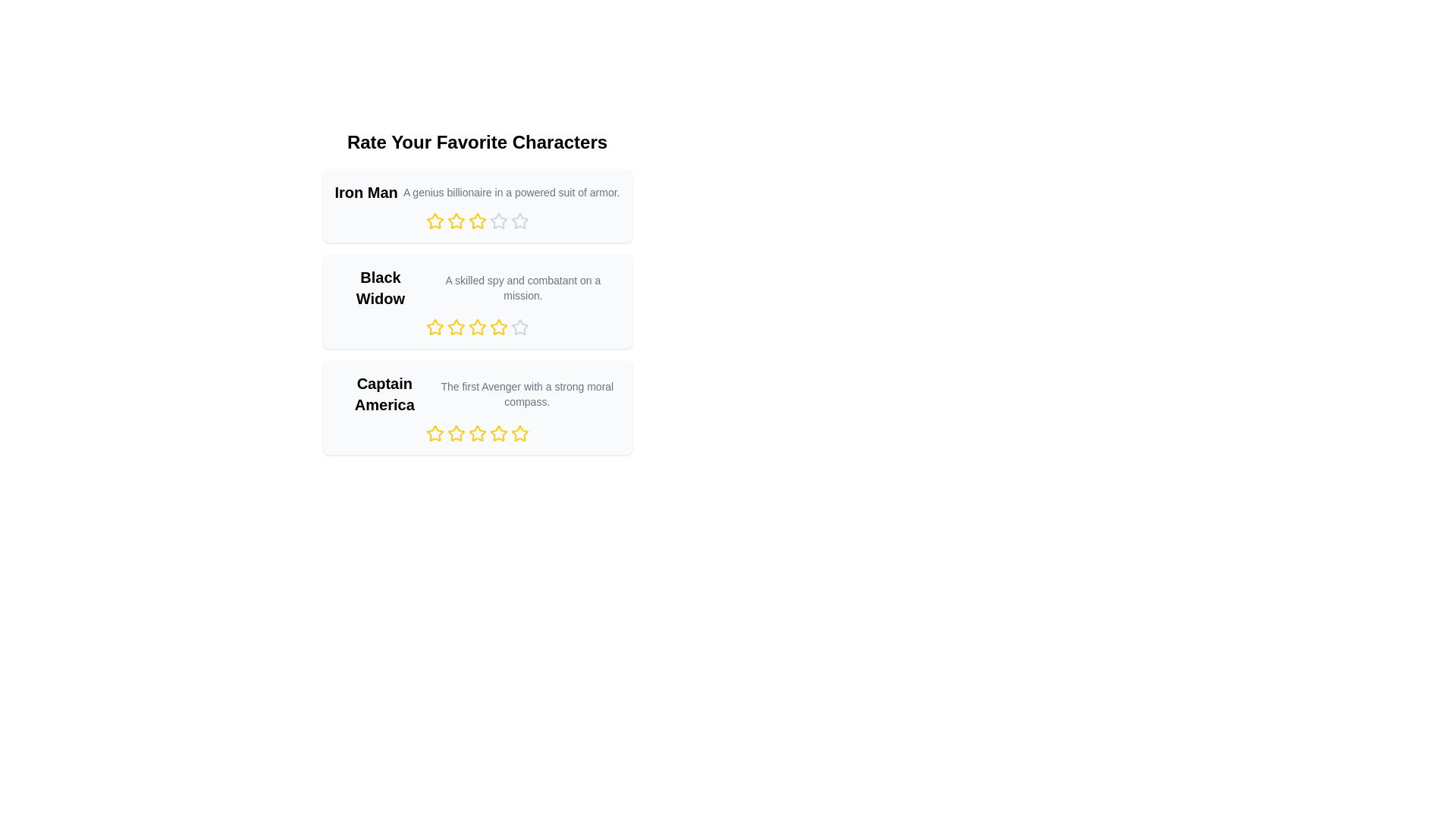 The width and height of the screenshot is (1456, 819). Describe the element at coordinates (476, 326) in the screenshot. I see `the third star icon from the left` at that location.